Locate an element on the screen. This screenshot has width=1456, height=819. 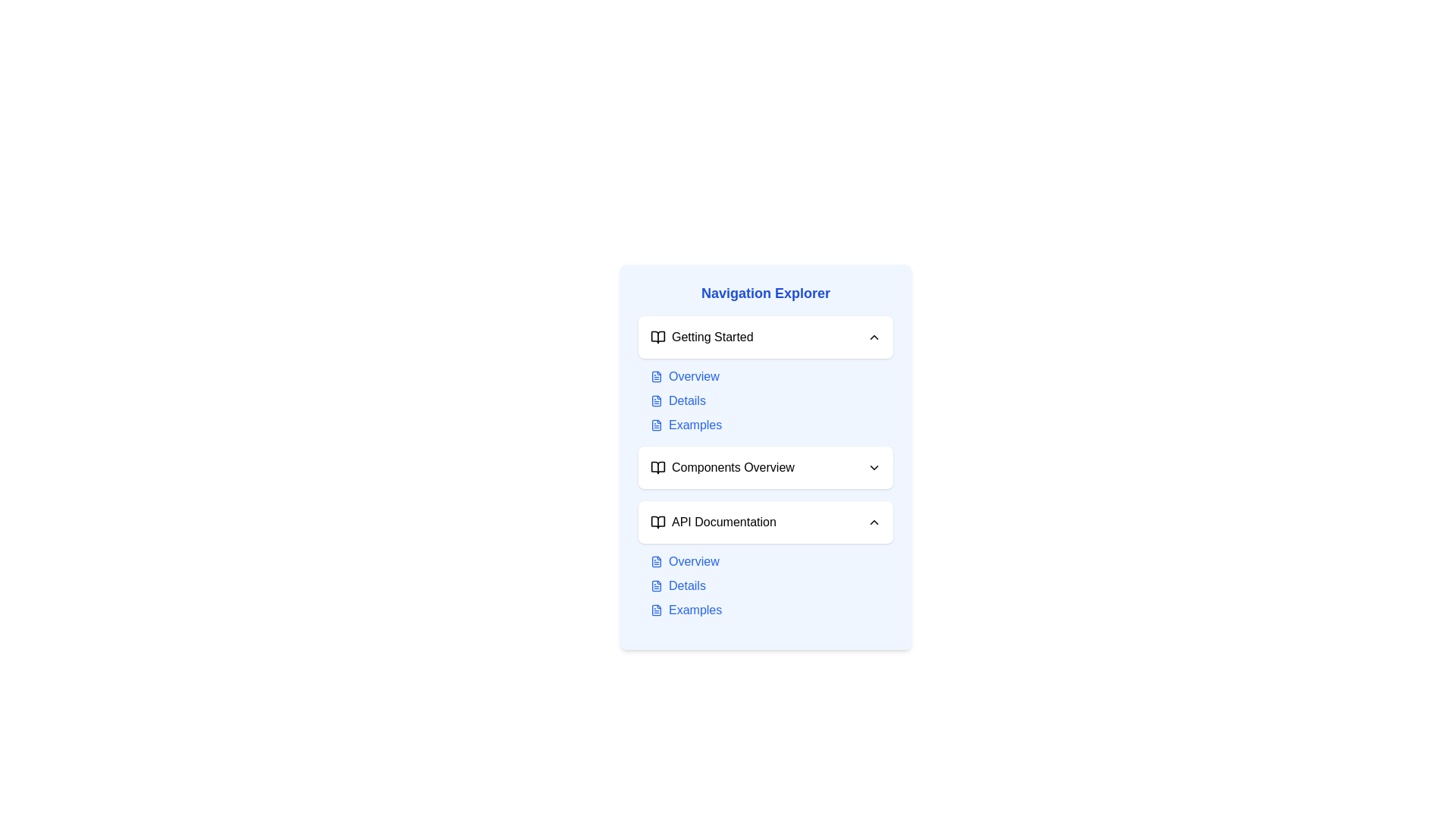
the 'Navigation Explorer' panel is located at coordinates (765, 456).